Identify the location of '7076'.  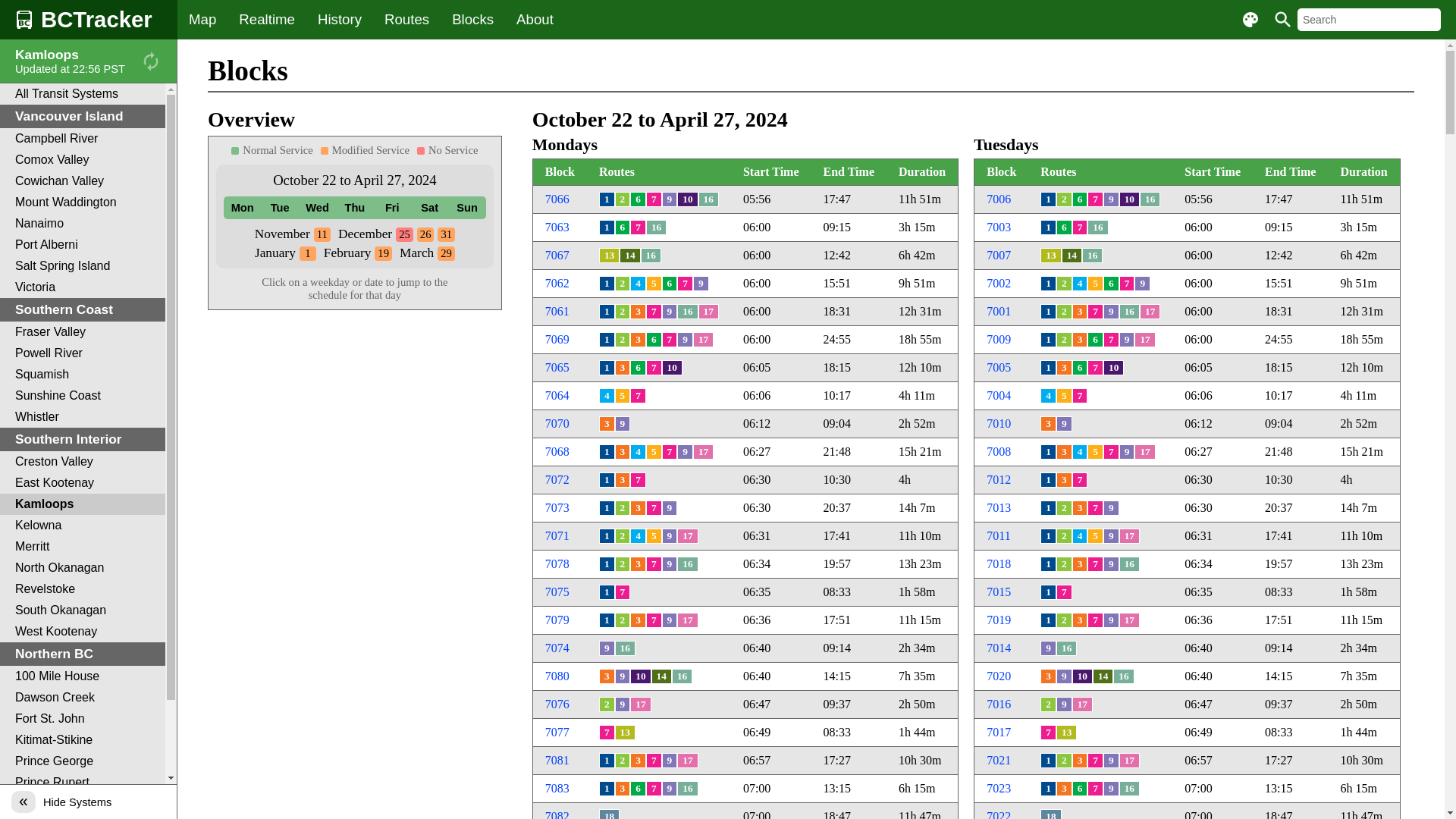
(545, 704).